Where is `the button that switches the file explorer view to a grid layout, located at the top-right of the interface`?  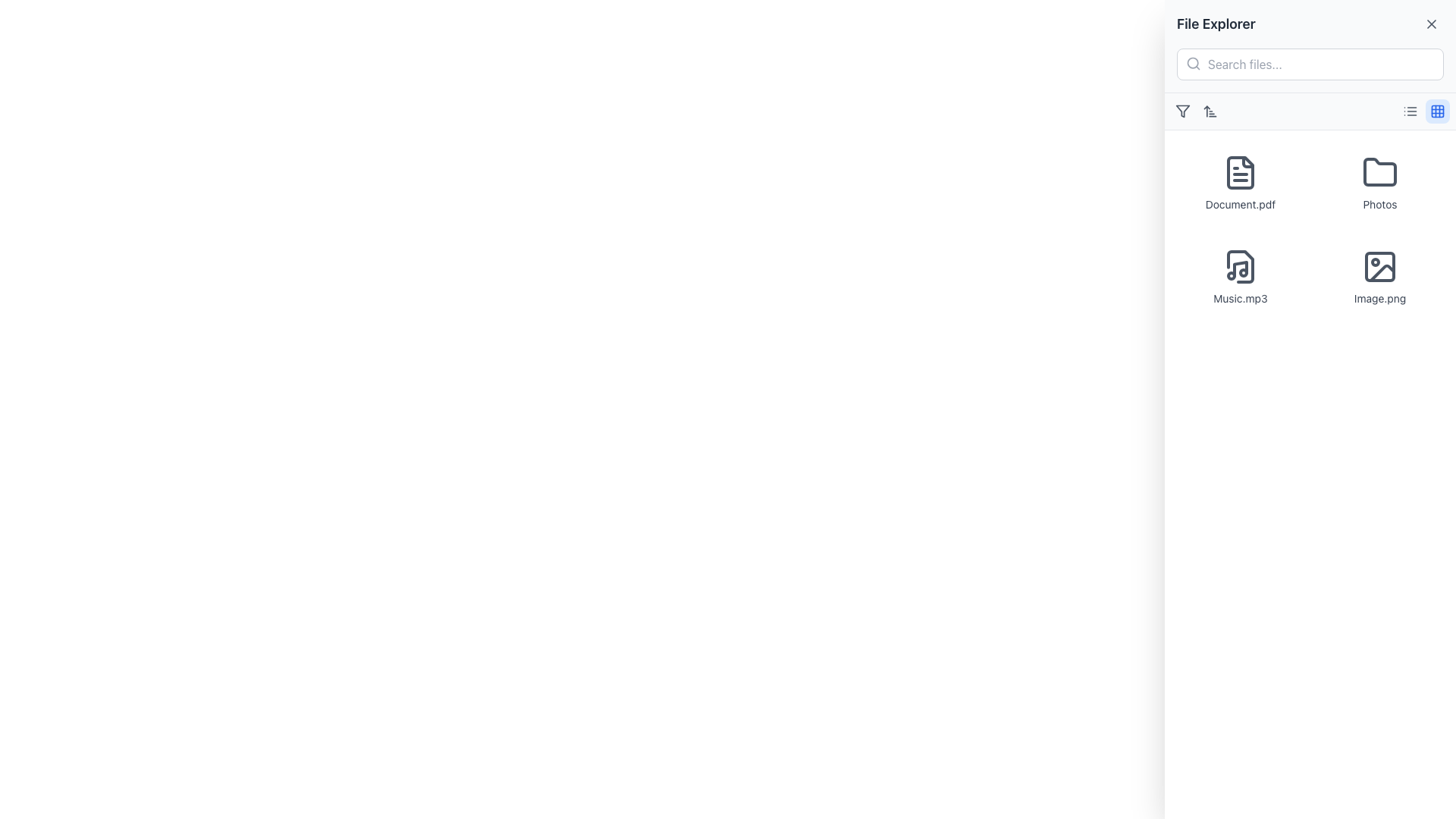
the button that switches the file explorer view to a grid layout, located at the top-right of the interface is located at coordinates (1437, 110).